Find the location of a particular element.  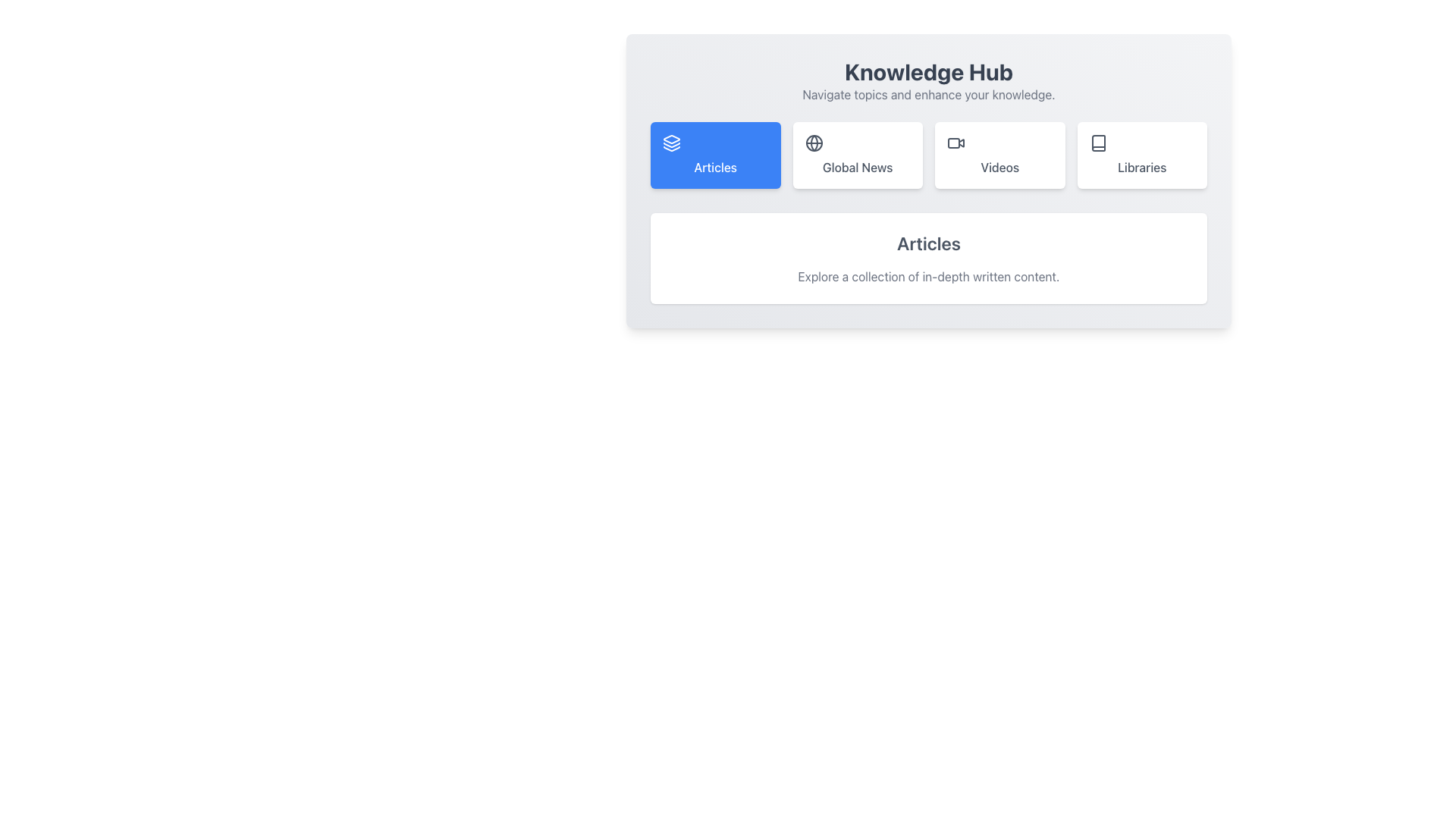

the book icon SVG element located in the top-right portion of the 'Knowledge Hub' panel, which is part of the button labeled 'Libraries' is located at coordinates (1098, 143).